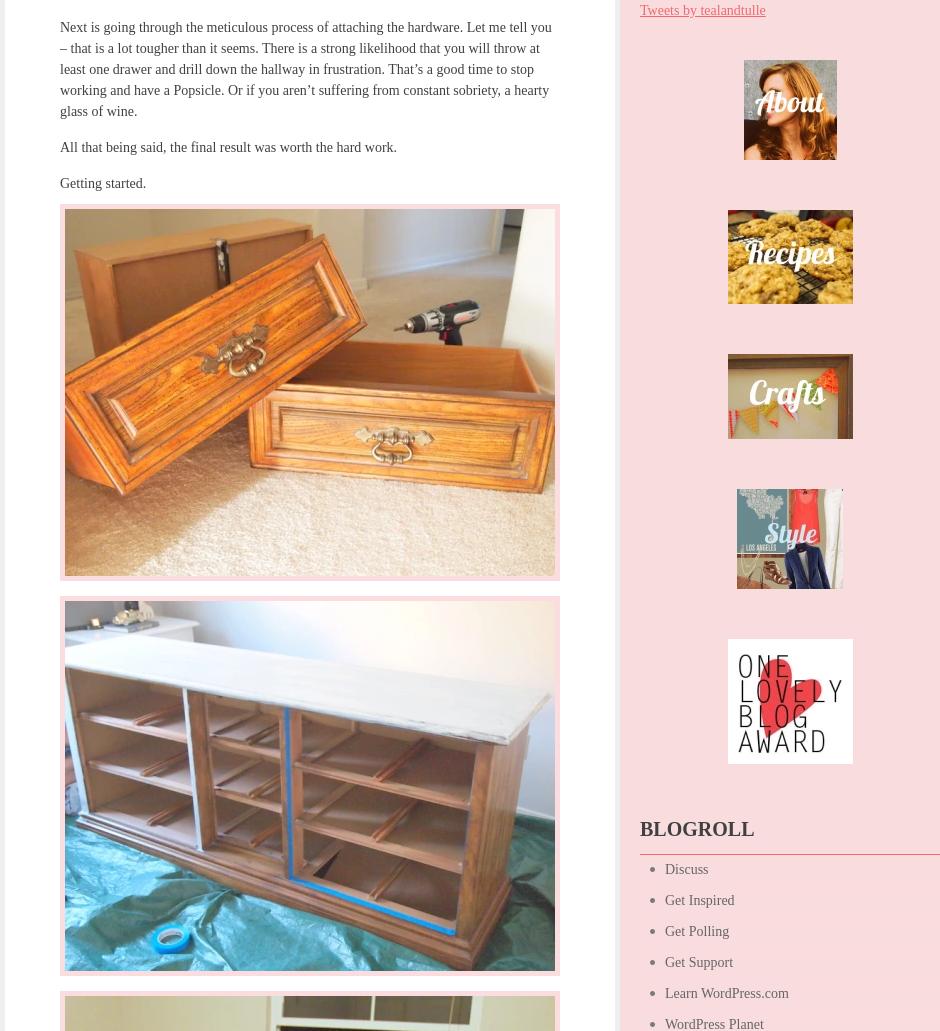 Image resolution: width=940 pixels, height=1031 pixels. Describe the element at coordinates (726, 992) in the screenshot. I see `'Learn WordPress.com'` at that location.